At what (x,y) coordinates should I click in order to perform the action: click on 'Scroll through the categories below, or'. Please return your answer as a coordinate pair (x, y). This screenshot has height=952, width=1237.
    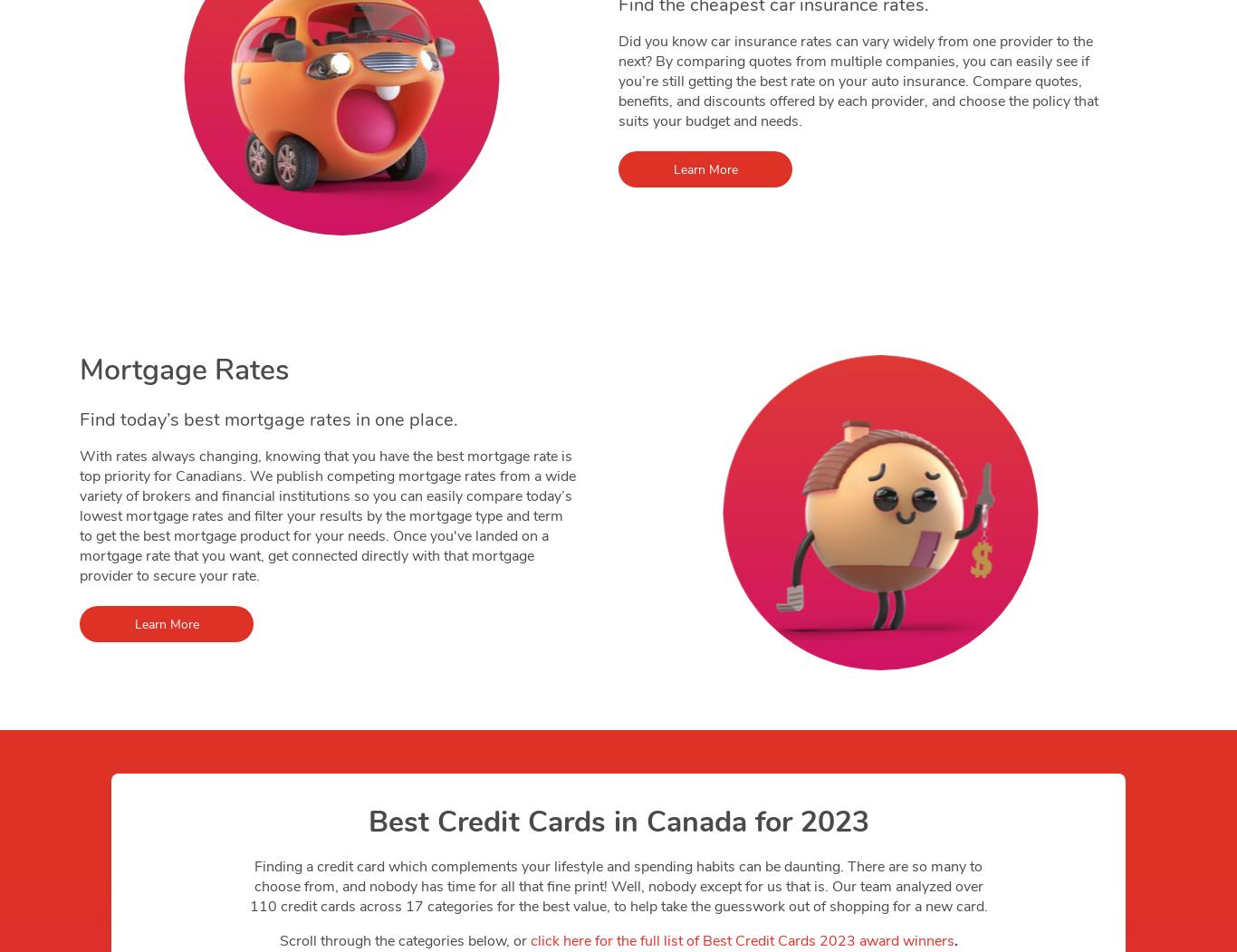
    Looking at the image, I should click on (279, 940).